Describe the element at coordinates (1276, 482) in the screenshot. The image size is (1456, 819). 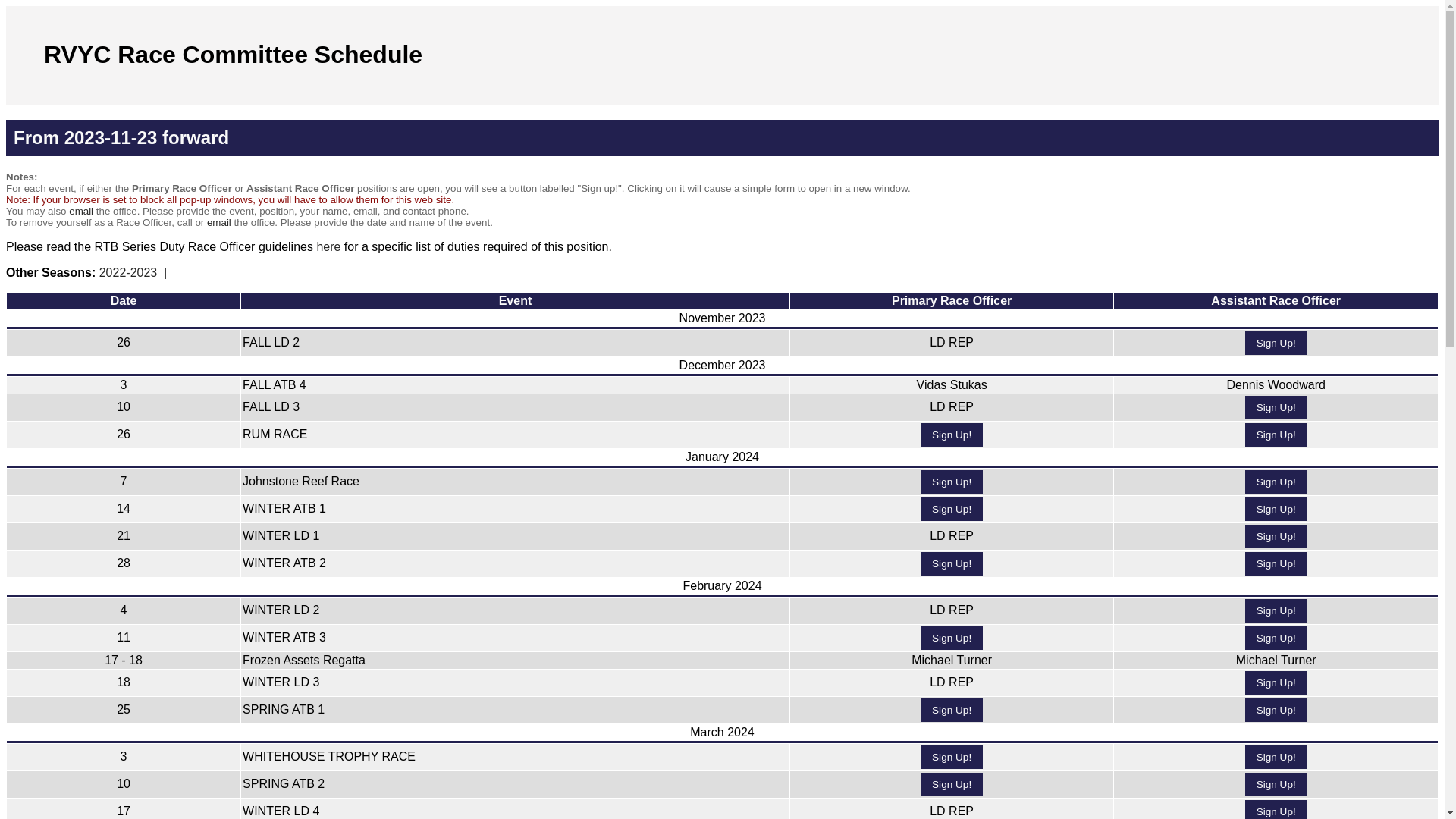
I see `'Sign Up!'` at that location.